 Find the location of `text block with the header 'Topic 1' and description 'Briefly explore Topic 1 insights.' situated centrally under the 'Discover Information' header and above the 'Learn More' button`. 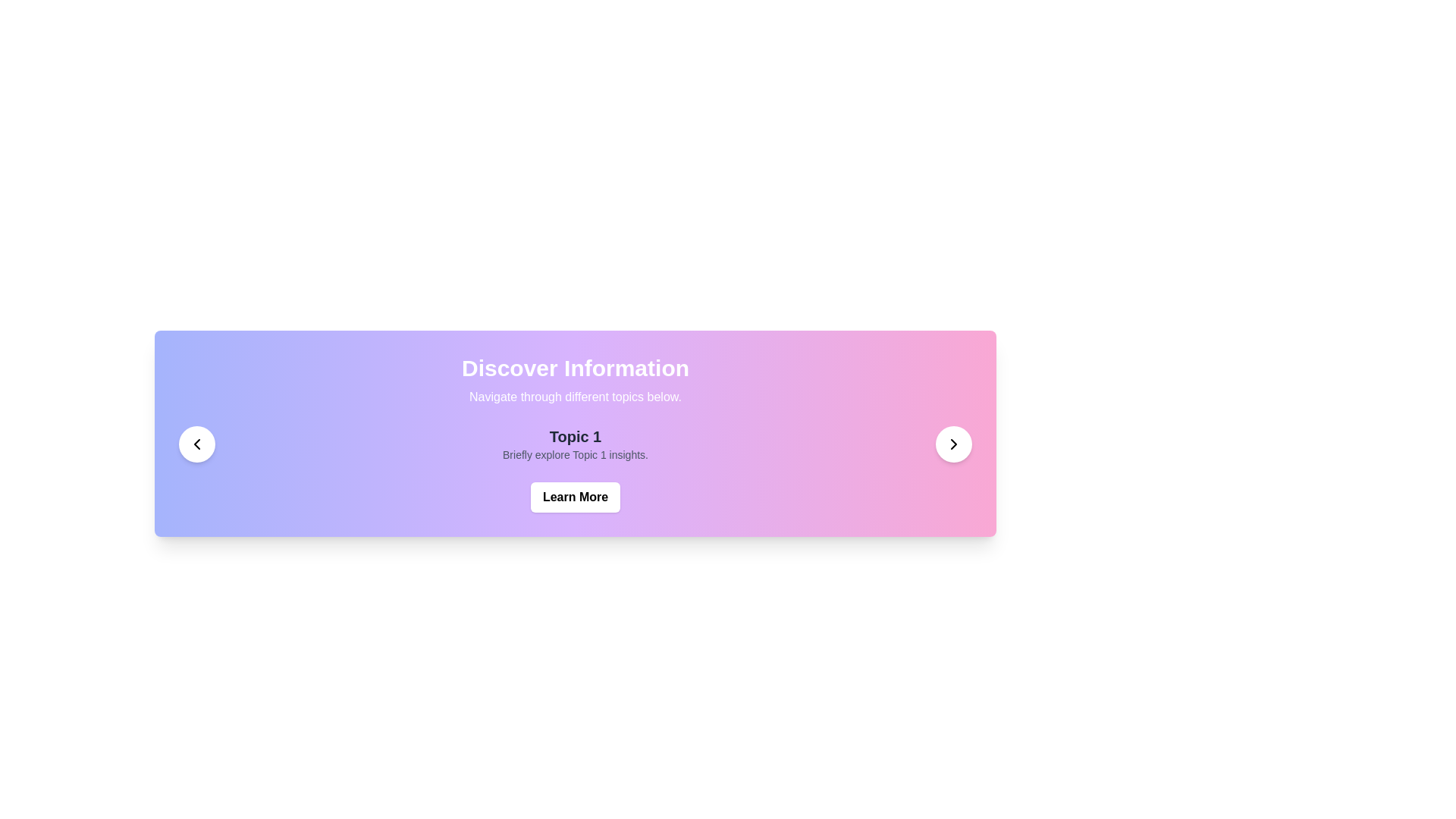

text block with the header 'Topic 1' and description 'Briefly explore Topic 1 insights.' situated centrally under the 'Discover Information' header and above the 'Learn More' button is located at coordinates (574, 444).